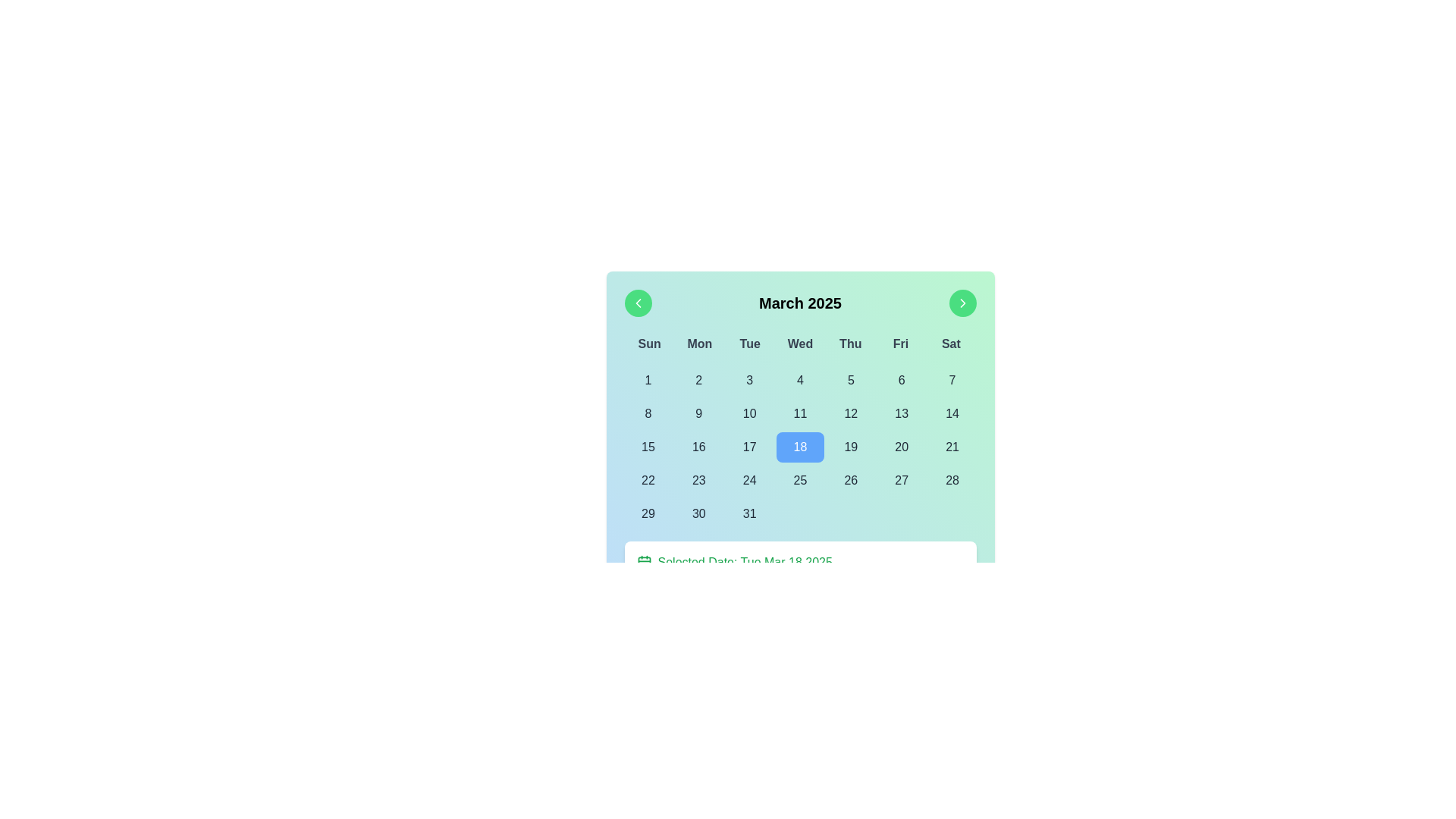 The width and height of the screenshot is (1456, 819). I want to click on the button displaying the number '7', located, so click(952, 379).